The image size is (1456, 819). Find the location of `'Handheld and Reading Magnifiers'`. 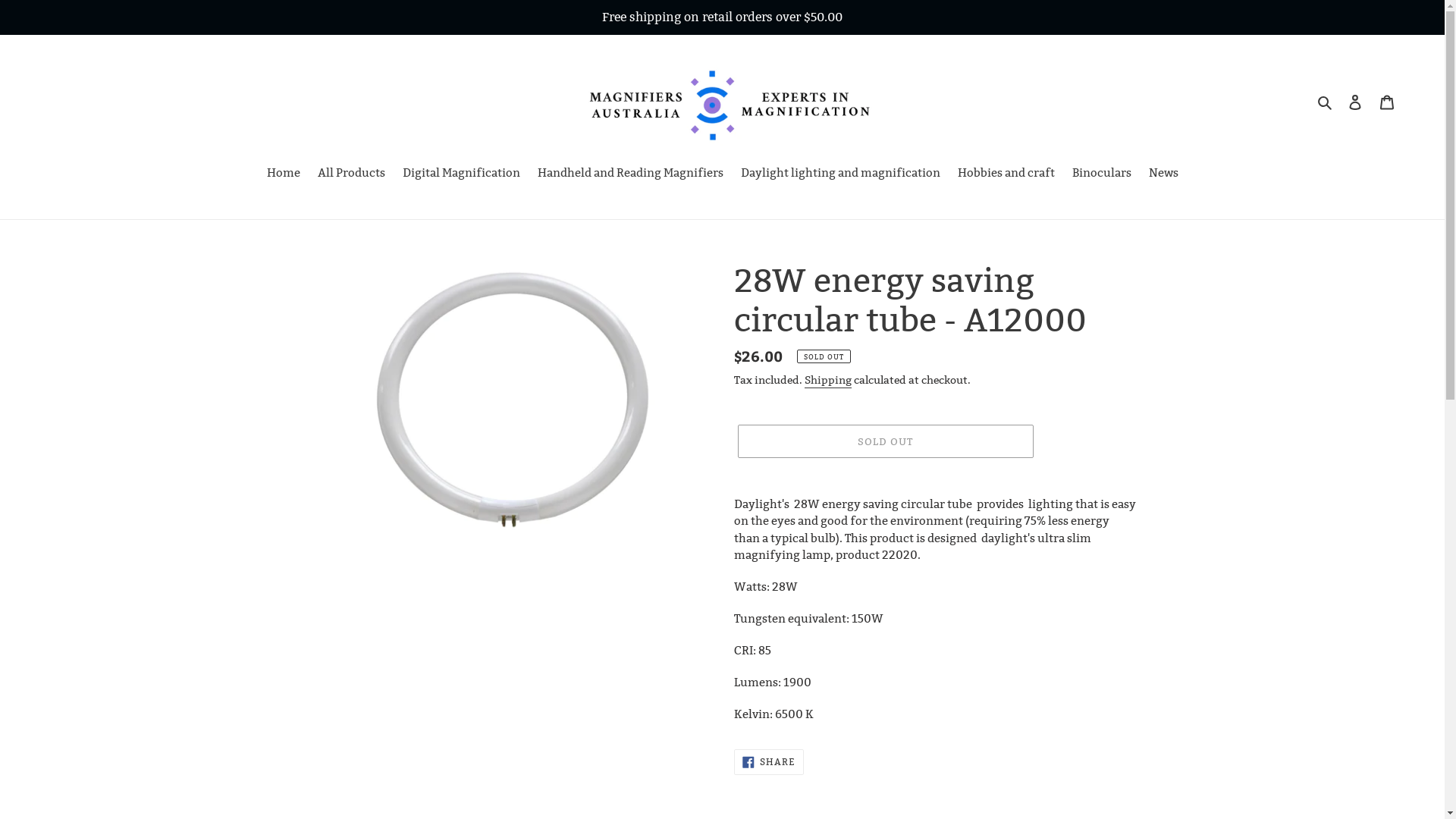

'Handheld and Reading Magnifiers' is located at coordinates (629, 174).